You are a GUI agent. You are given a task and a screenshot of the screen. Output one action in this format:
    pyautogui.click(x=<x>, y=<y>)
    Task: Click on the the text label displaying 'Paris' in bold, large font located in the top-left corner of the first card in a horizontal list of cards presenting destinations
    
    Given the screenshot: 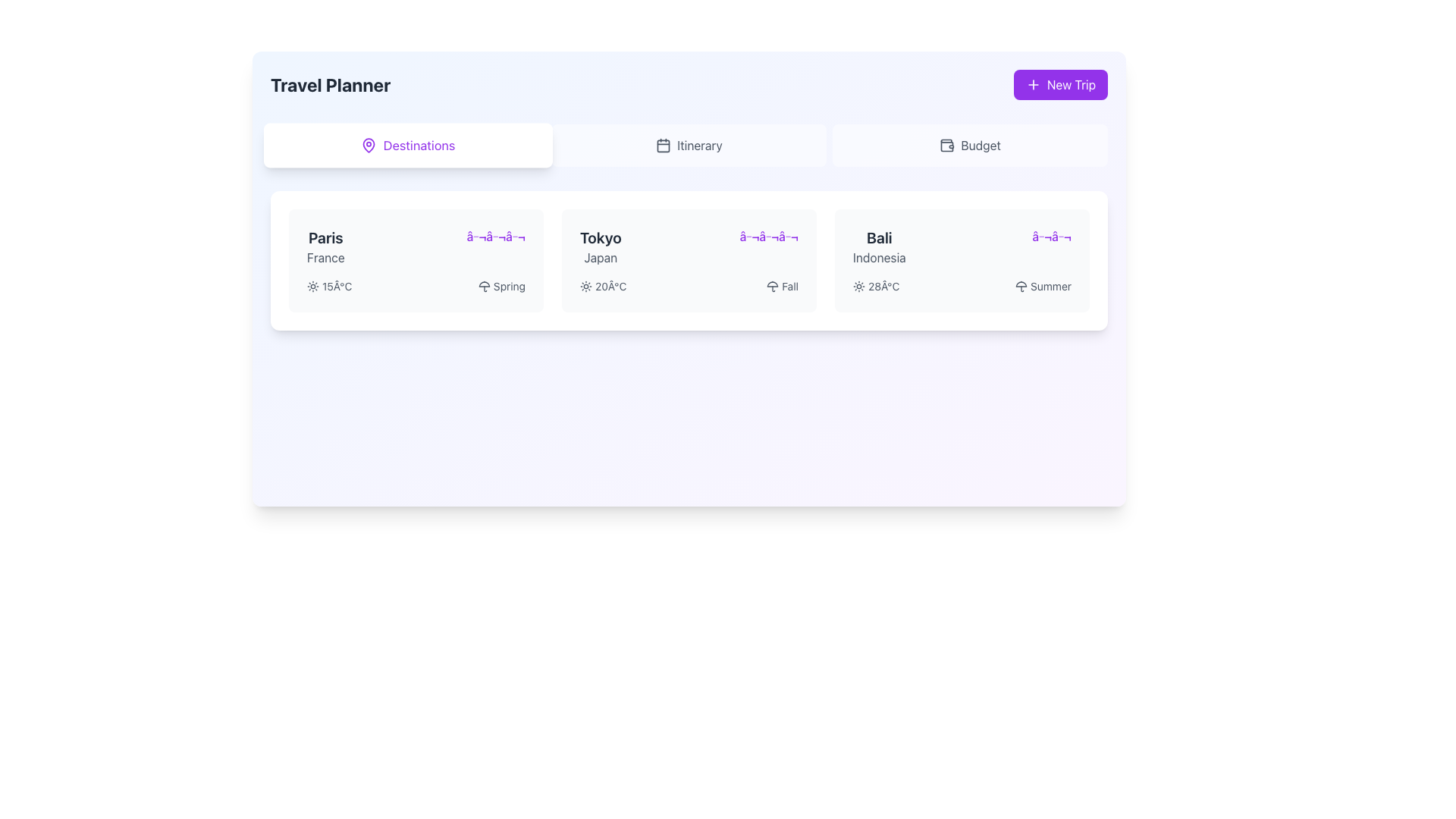 What is the action you would take?
    pyautogui.click(x=325, y=237)
    